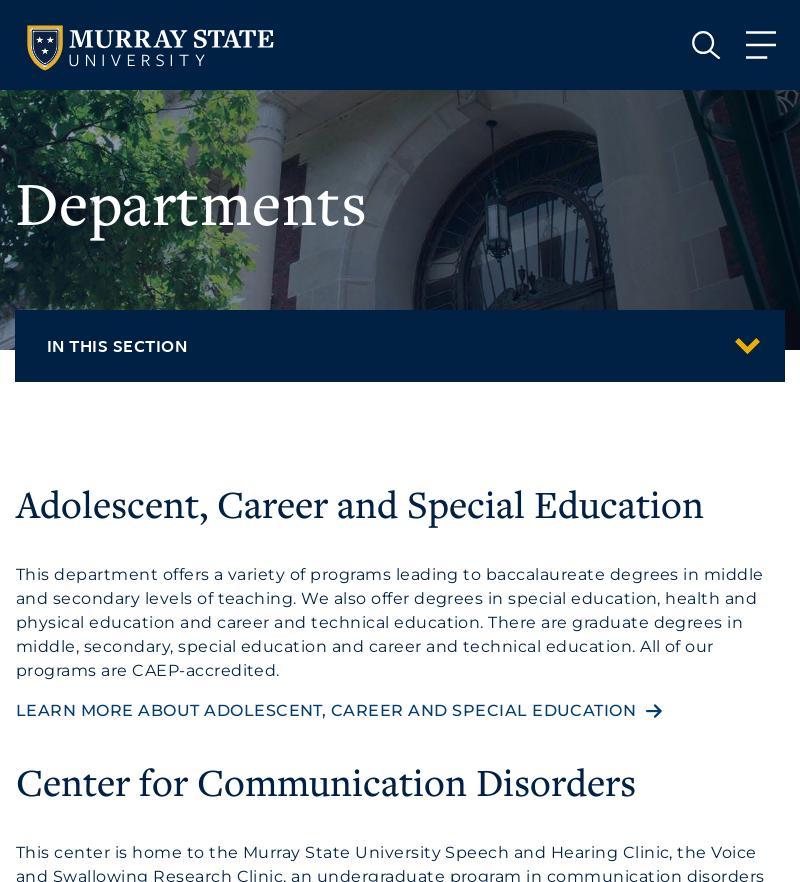 This screenshot has height=882, width=800. I want to click on 'Athletics', so click(135, 301).